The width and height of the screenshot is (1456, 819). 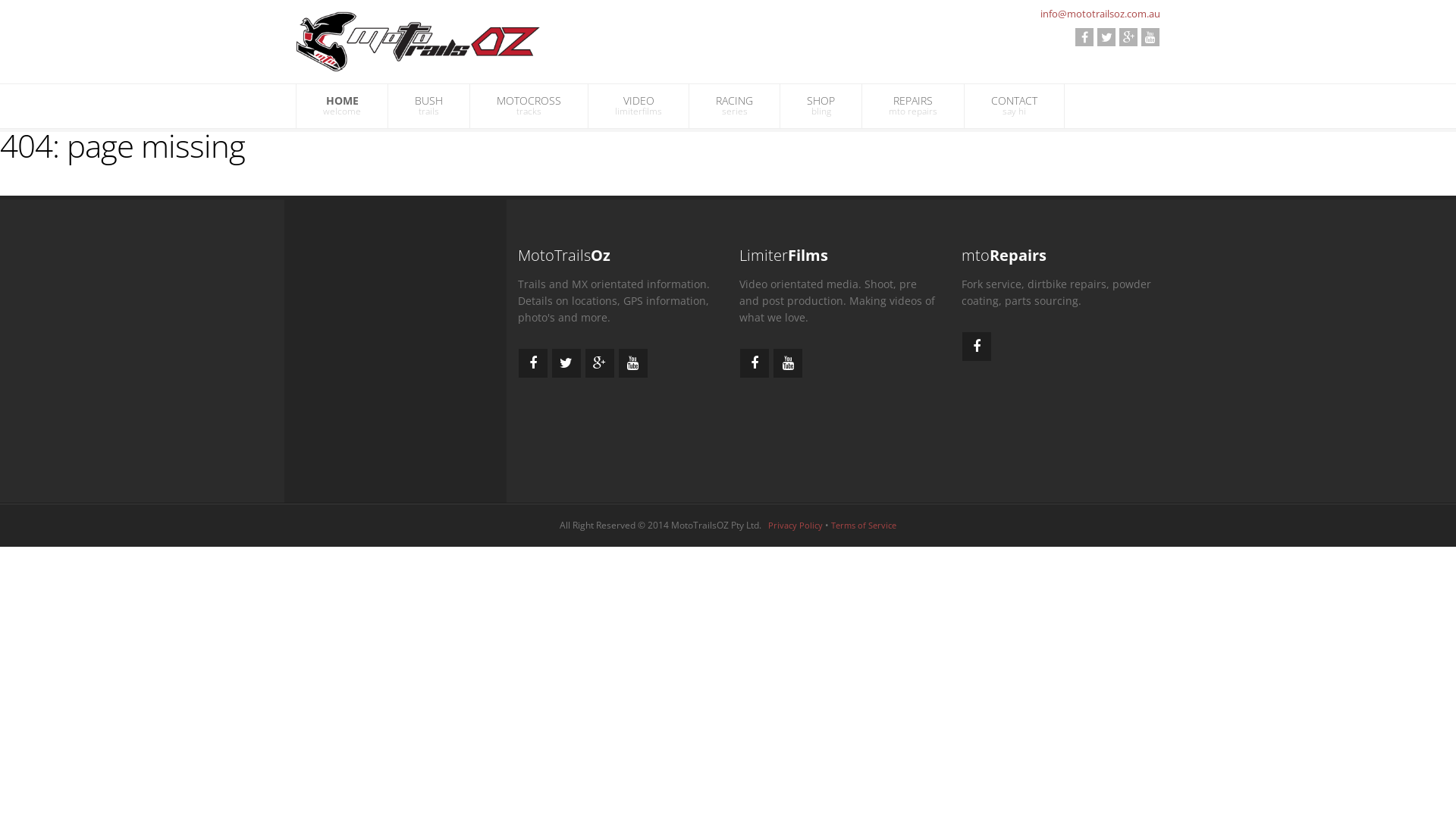 What do you see at coordinates (529, 105) in the screenshot?
I see `'MOTOCROSS` at bounding box center [529, 105].